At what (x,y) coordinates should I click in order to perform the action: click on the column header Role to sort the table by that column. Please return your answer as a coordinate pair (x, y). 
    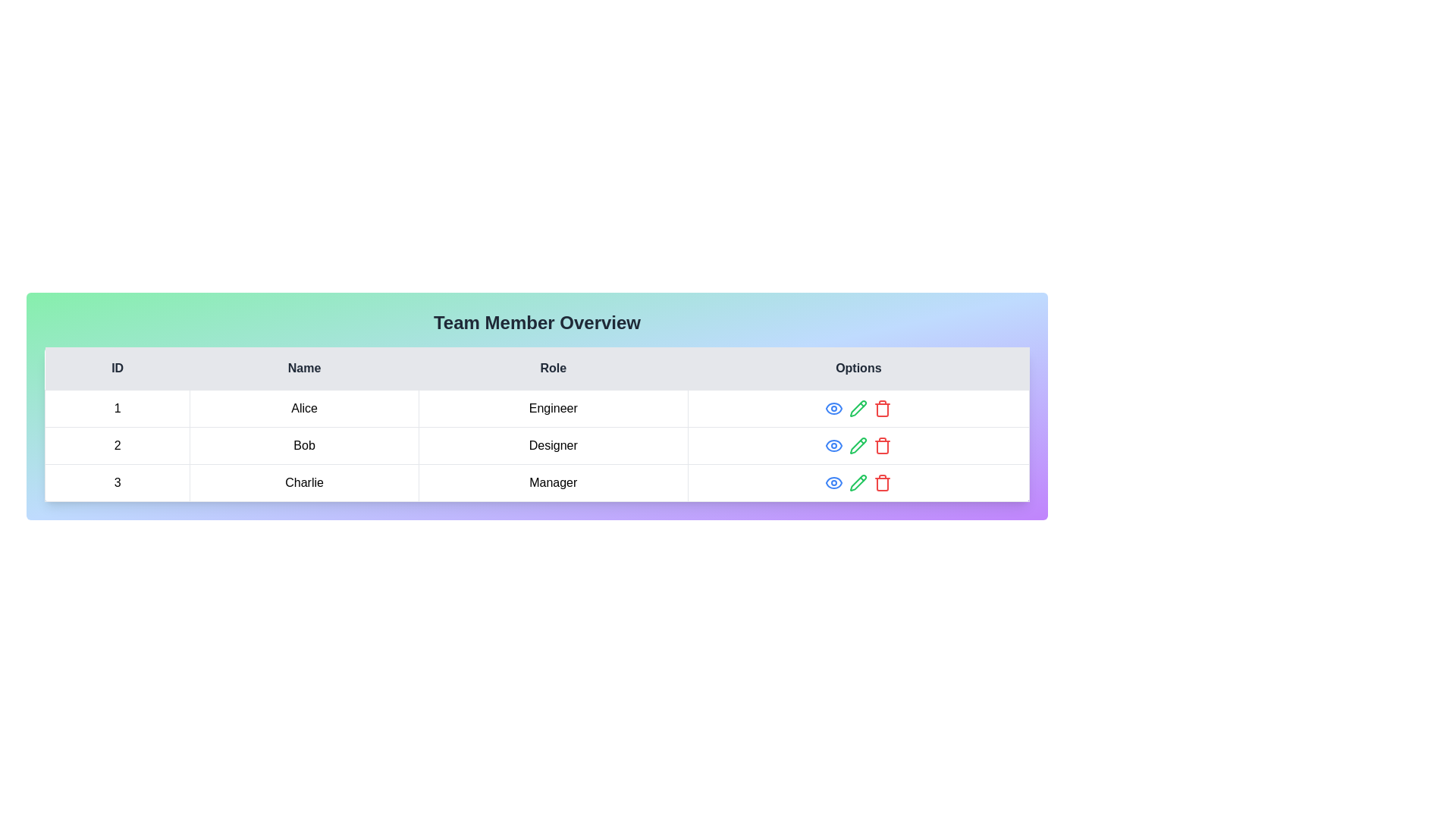
    Looking at the image, I should click on (552, 369).